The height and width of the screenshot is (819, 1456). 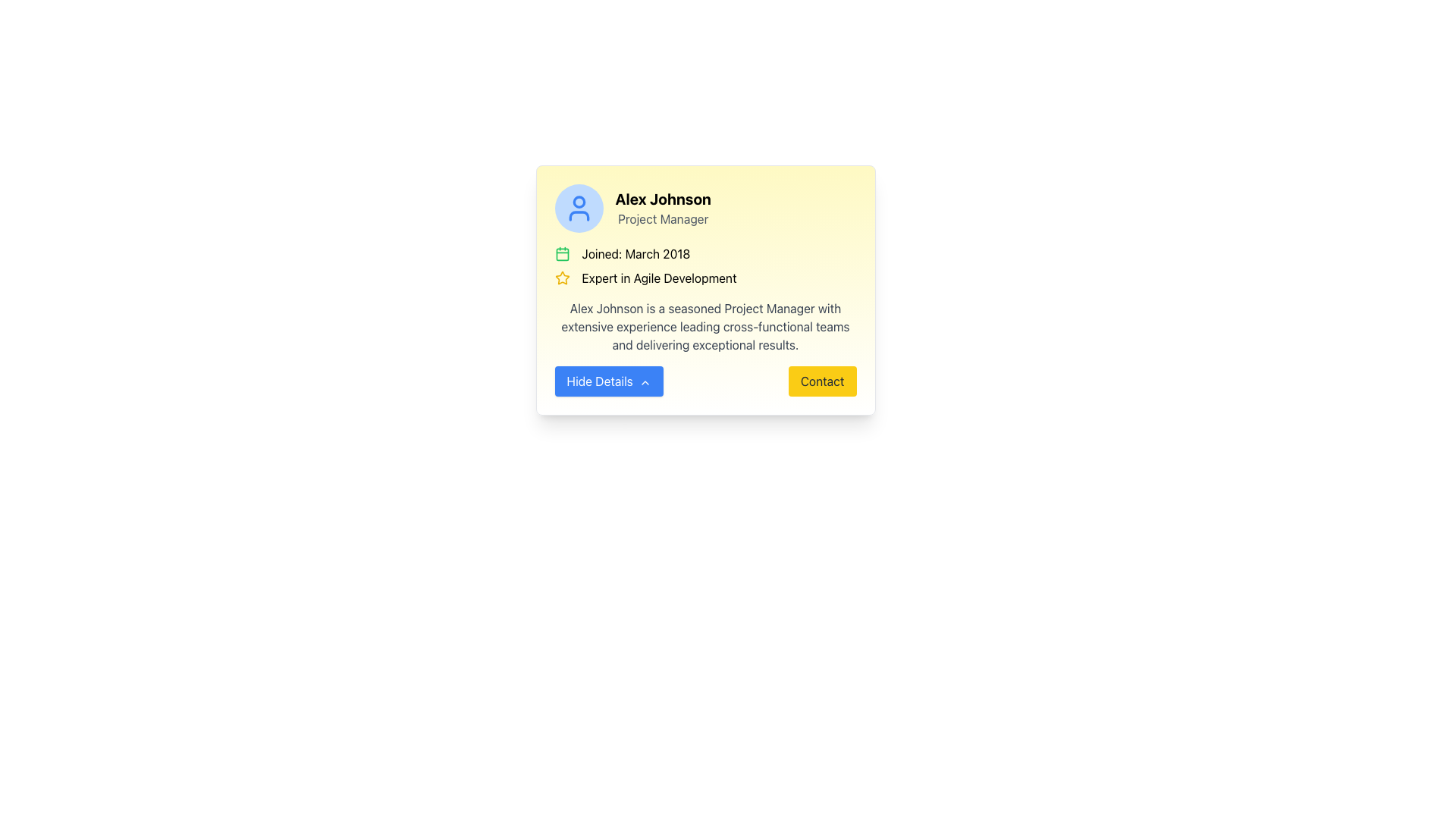 I want to click on the text label indicating expertise in Agile Development located beneath the 'Joined: March 2018' section of the profile card, to the right of the yellow star icon, so click(x=659, y=278).